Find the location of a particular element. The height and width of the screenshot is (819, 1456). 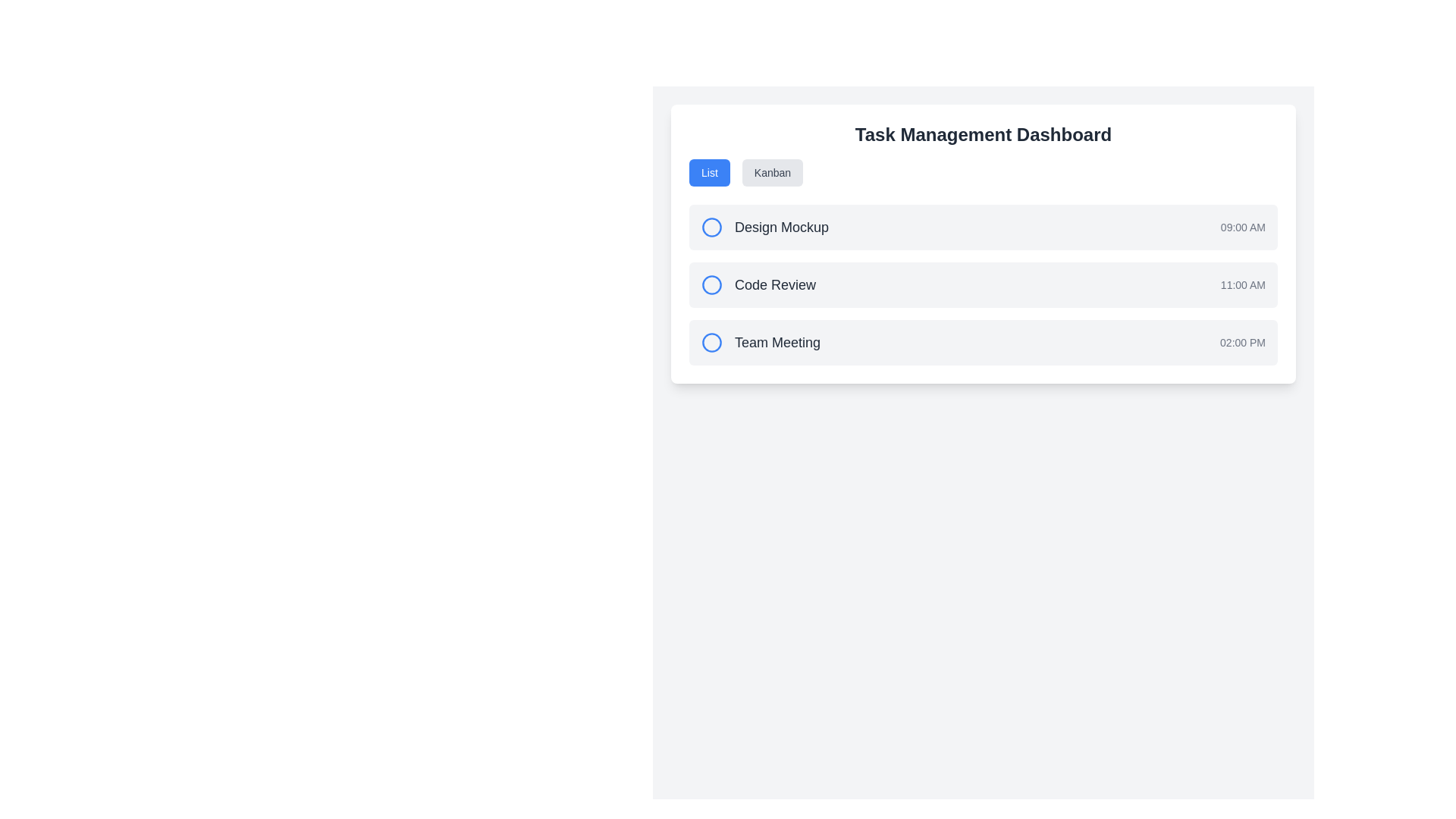

the second list item displaying 'Code Review' is located at coordinates (983, 284).